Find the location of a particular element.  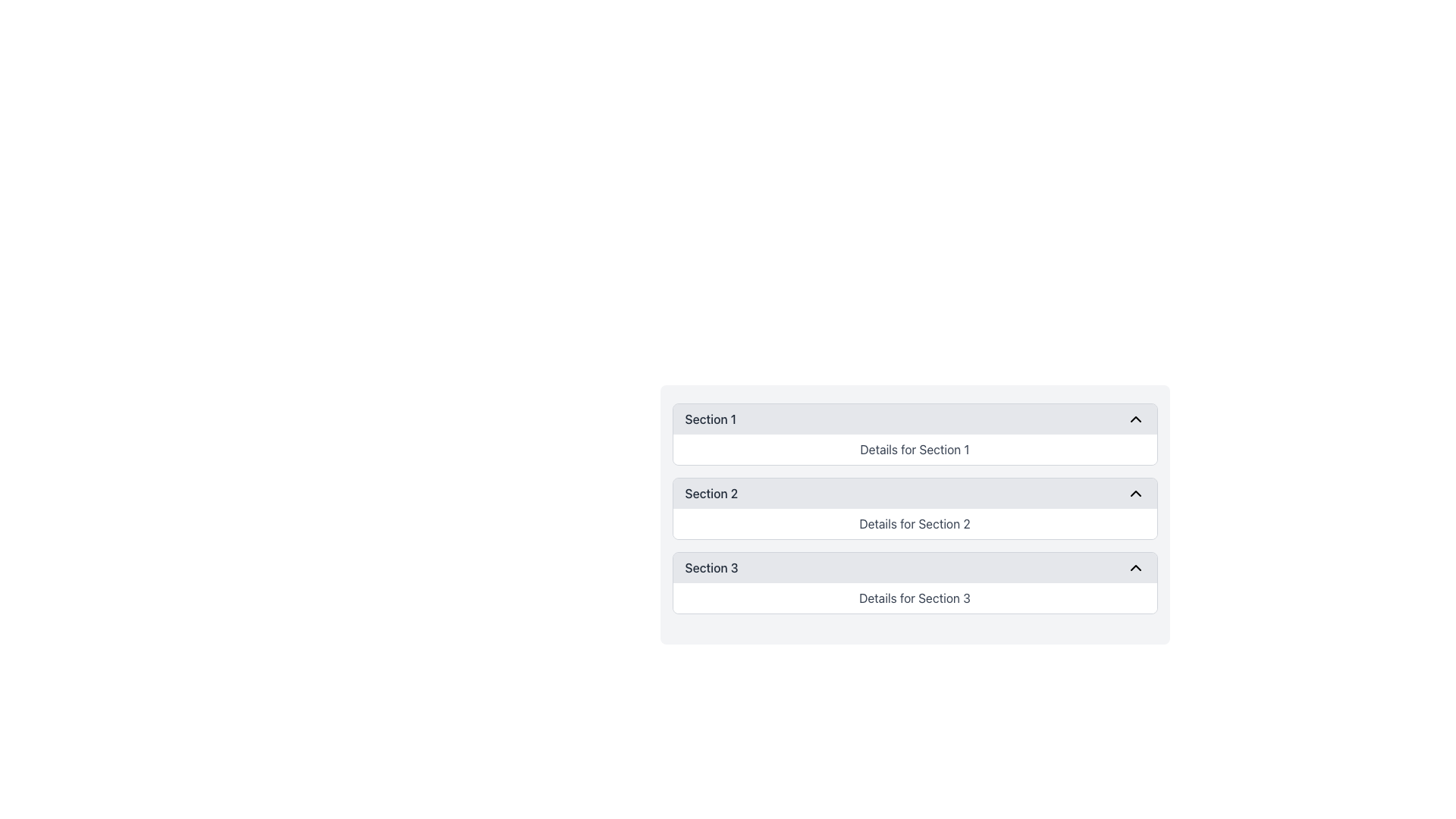

the upward-pointing chevron icon located on the right side of the 'Section 2' header to focus on it is located at coordinates (1135, 494).